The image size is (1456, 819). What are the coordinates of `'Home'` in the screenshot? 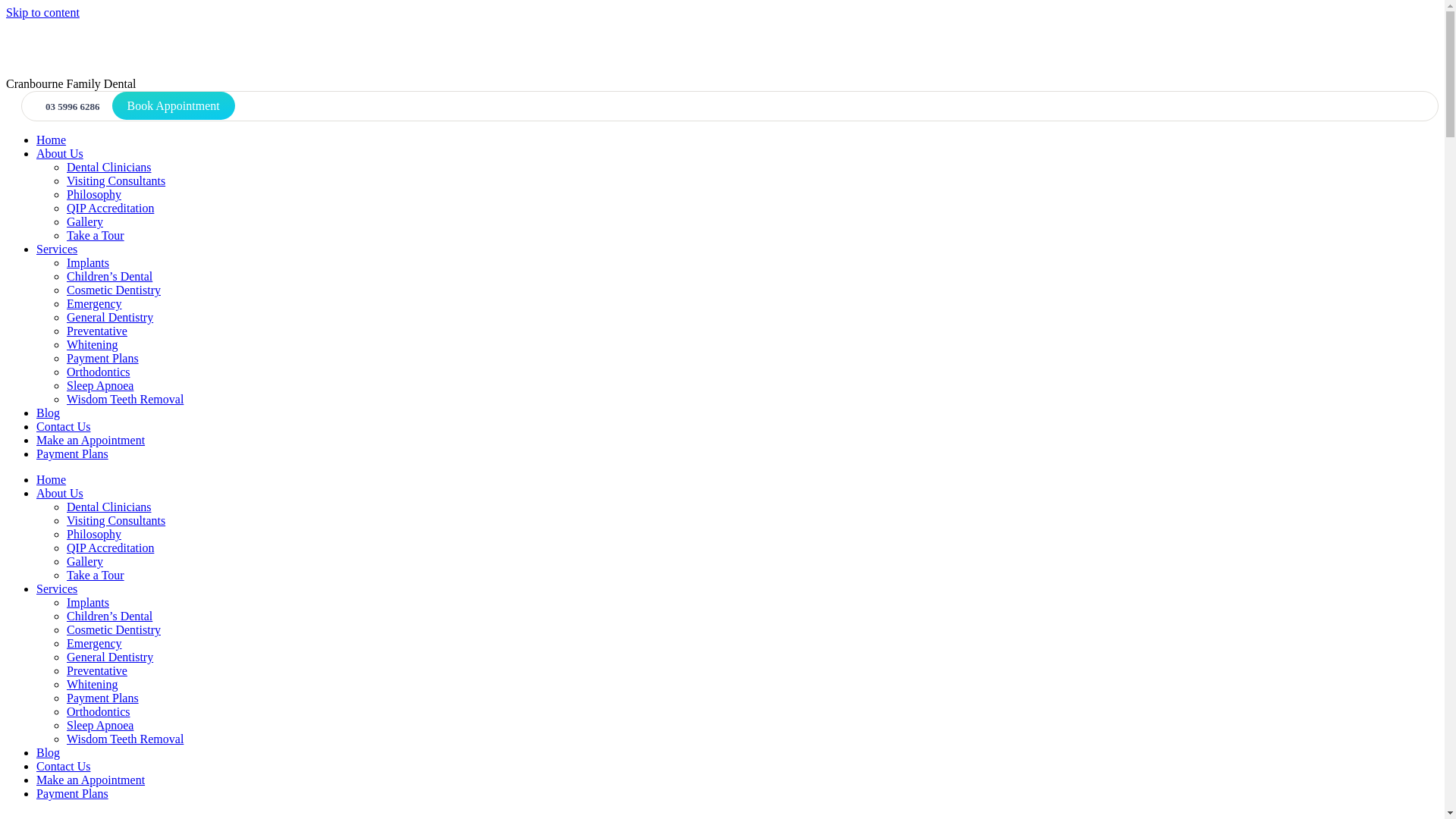 It's located at (51, 479).